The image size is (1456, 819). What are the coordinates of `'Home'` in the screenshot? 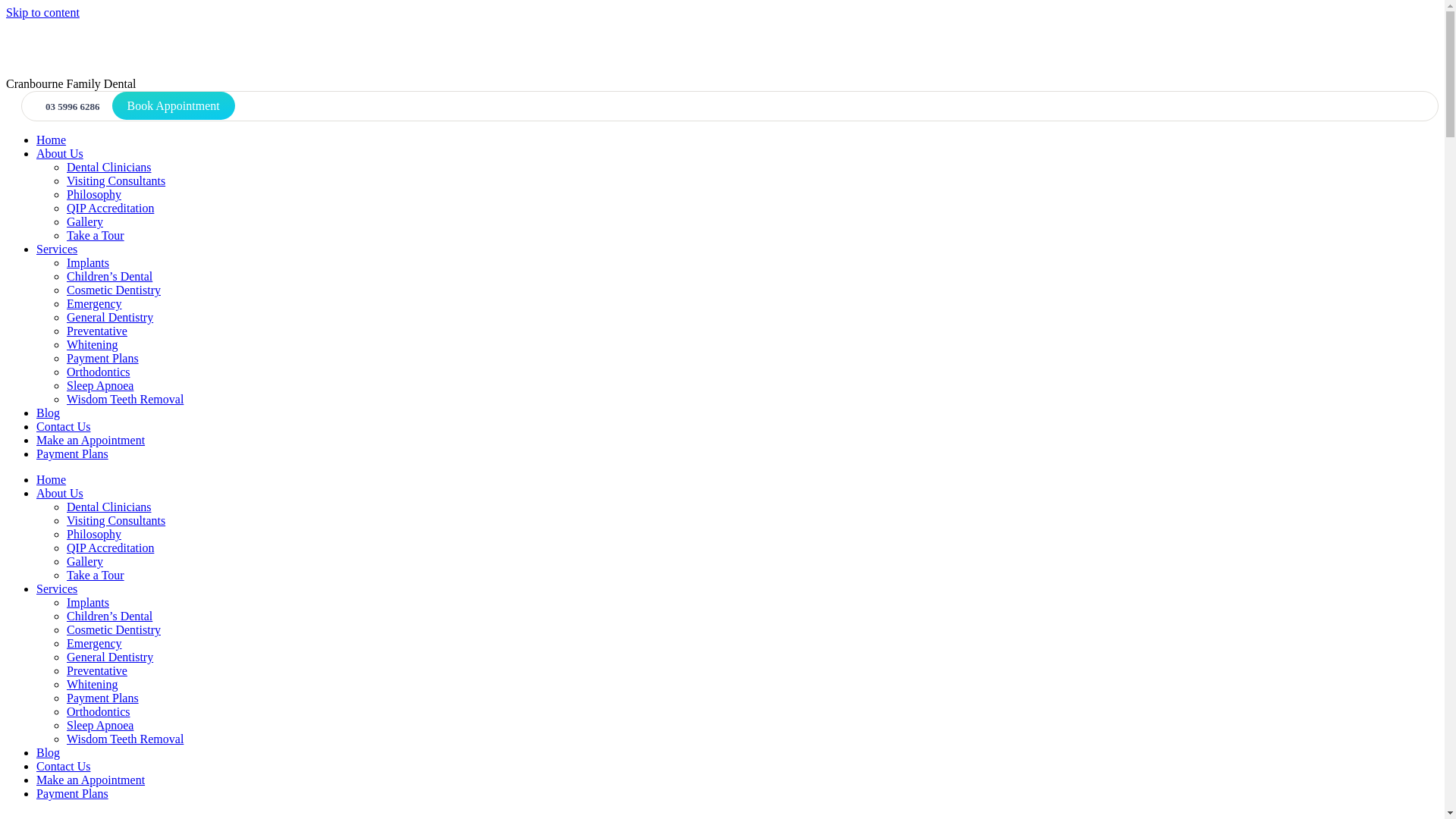 It's located at (51, 479).